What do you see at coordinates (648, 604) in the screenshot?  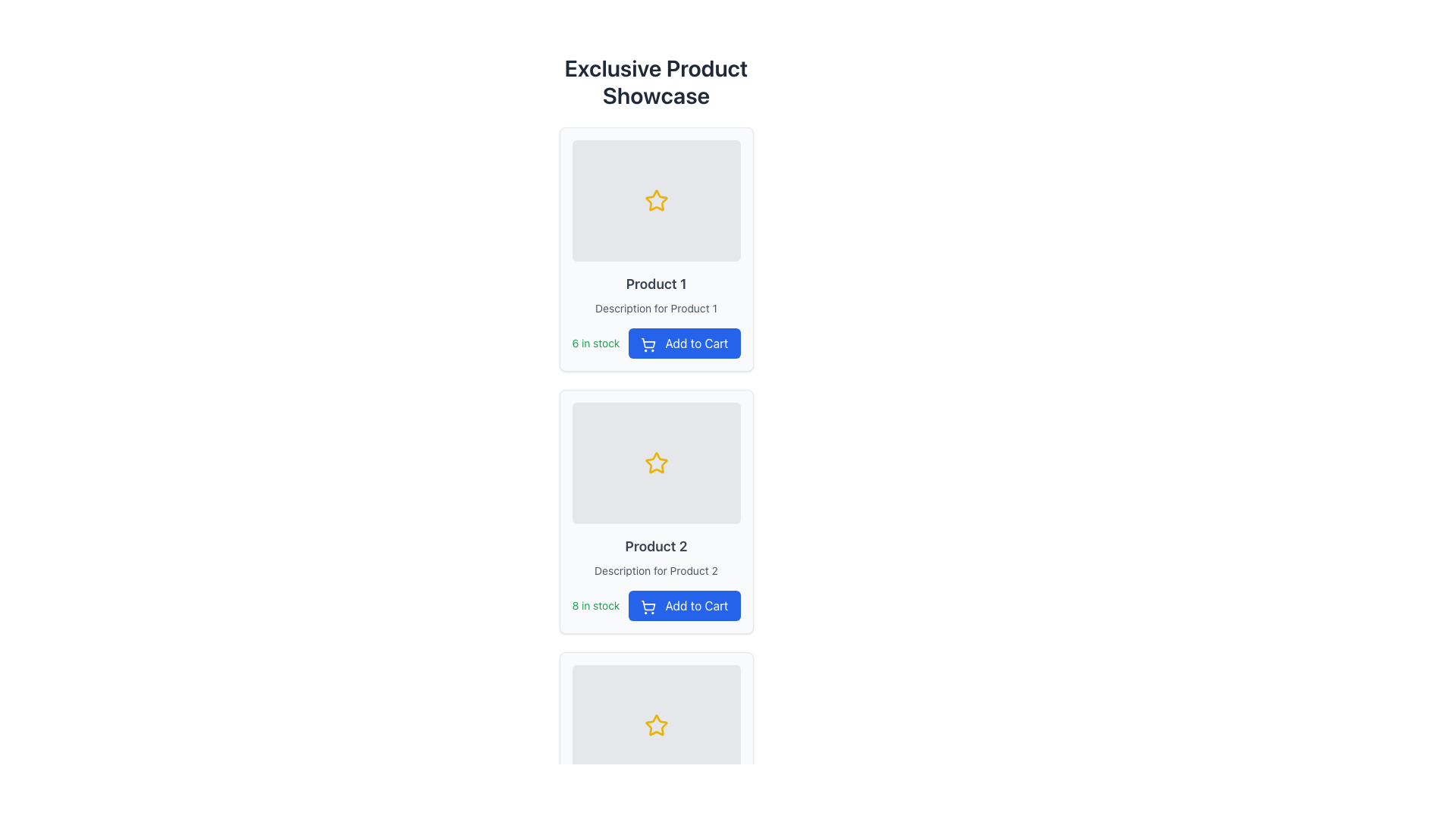 I see `the blue shopping cart icon within the 'Add to Cart' button located beneath the product description of 'Product 2'` at bounding box center [648, 604].